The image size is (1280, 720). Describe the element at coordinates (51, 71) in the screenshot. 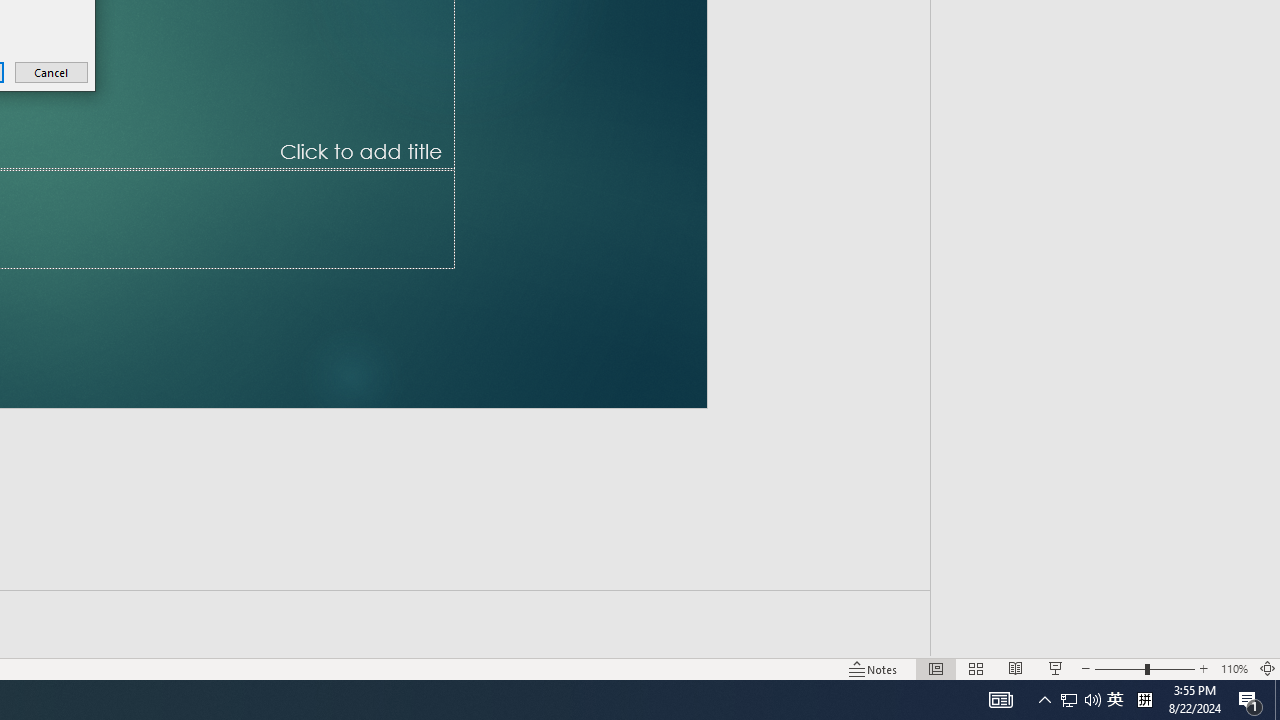

I see `'Cancel'` at that location.